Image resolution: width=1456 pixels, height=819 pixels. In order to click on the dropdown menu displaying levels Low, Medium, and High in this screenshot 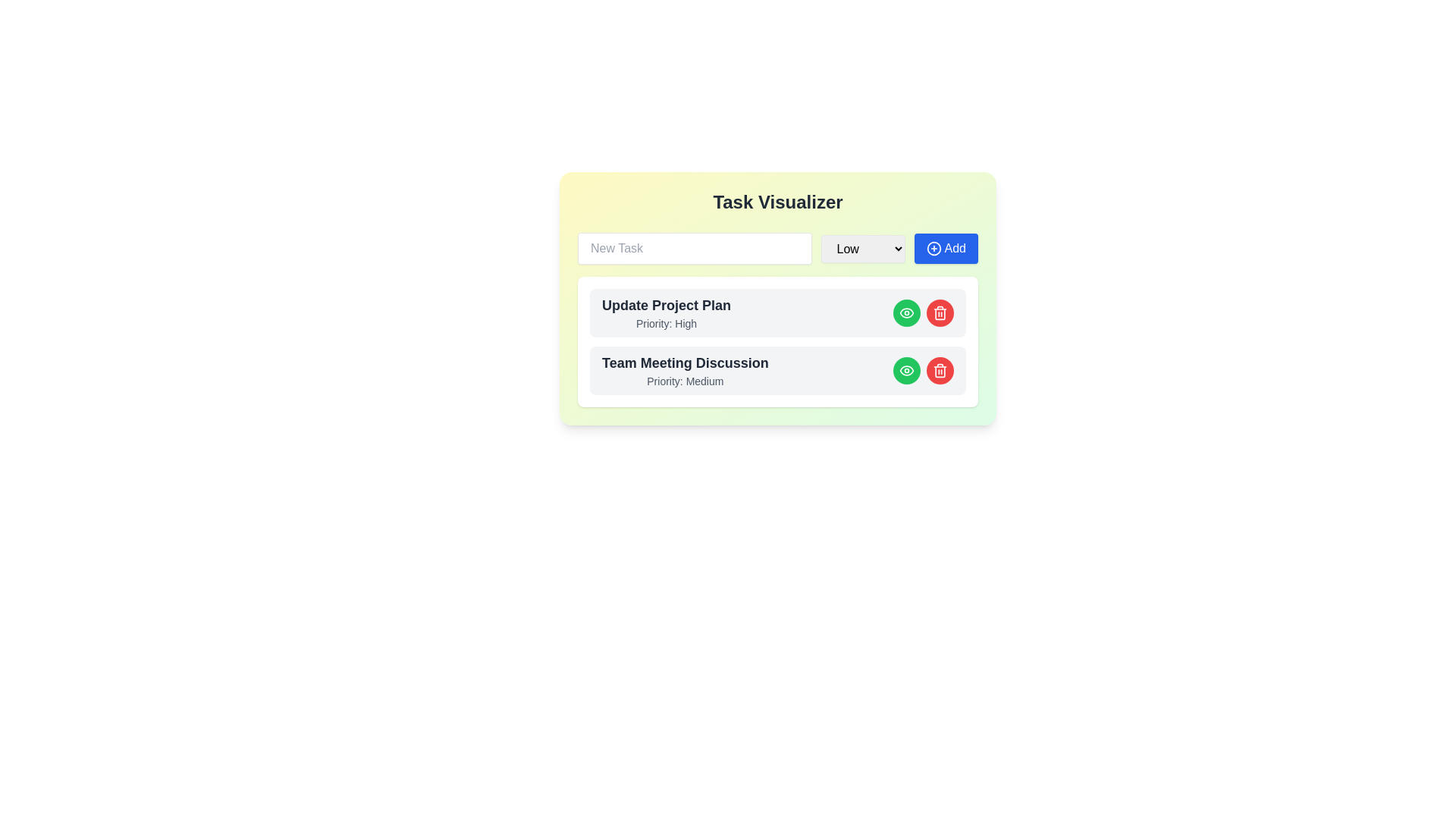, I will do `click(862, 247)`.